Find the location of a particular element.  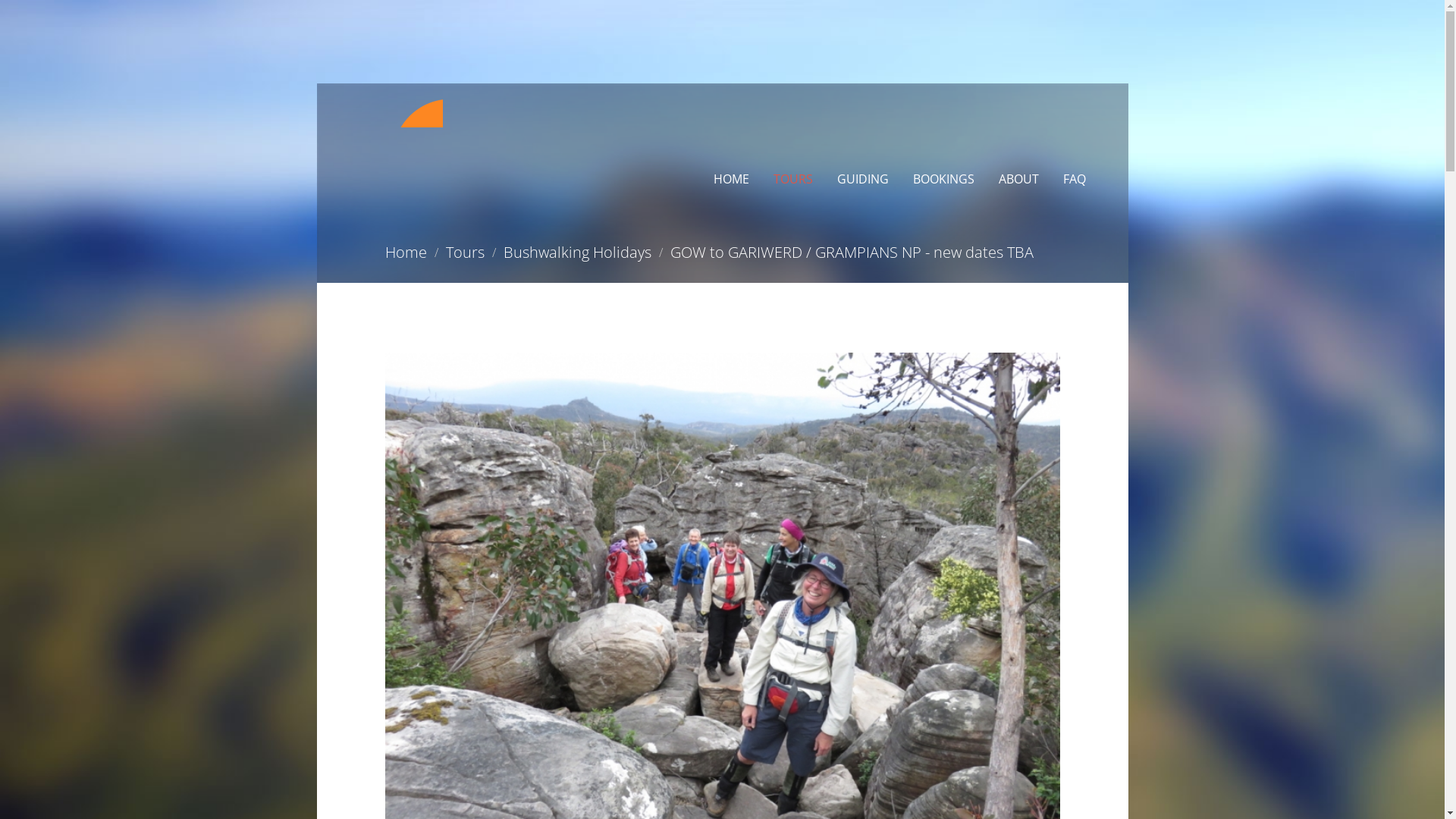

'ABOUT' is located at coordinates (1018, 177).